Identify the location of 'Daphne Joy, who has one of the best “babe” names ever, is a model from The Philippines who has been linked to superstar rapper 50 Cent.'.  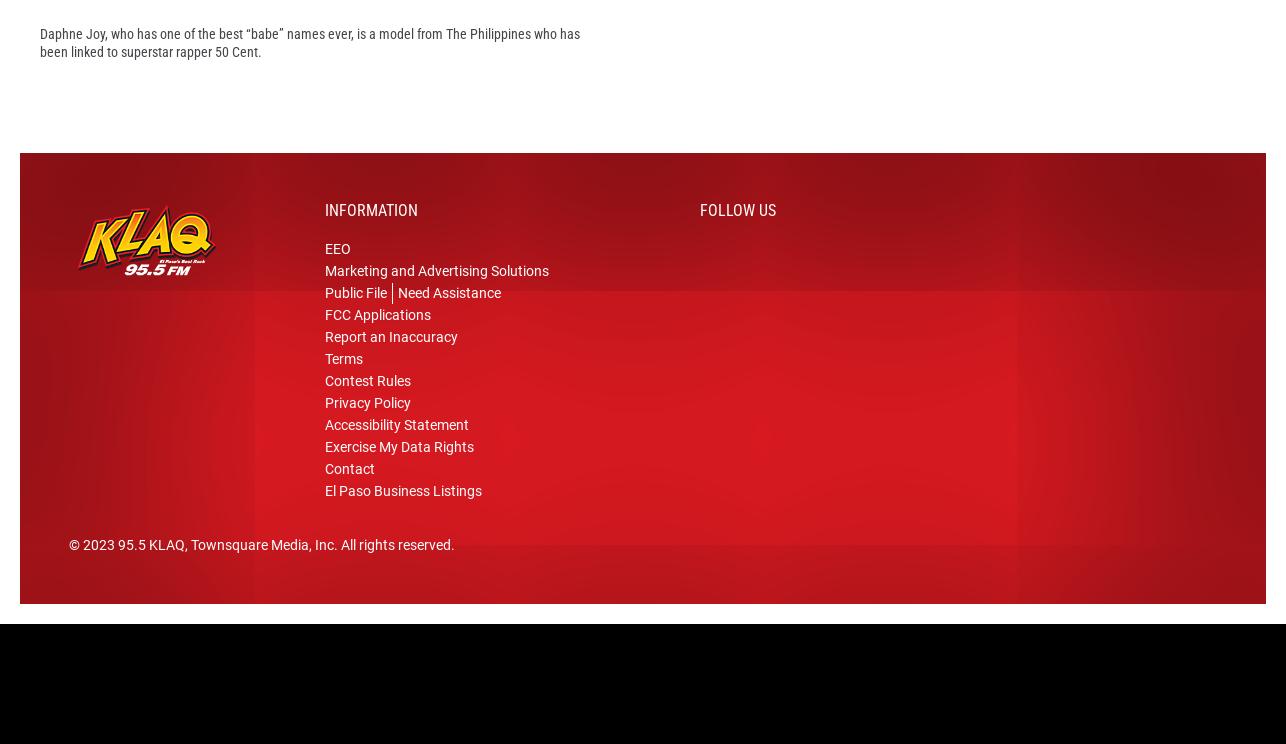
(310, 74).